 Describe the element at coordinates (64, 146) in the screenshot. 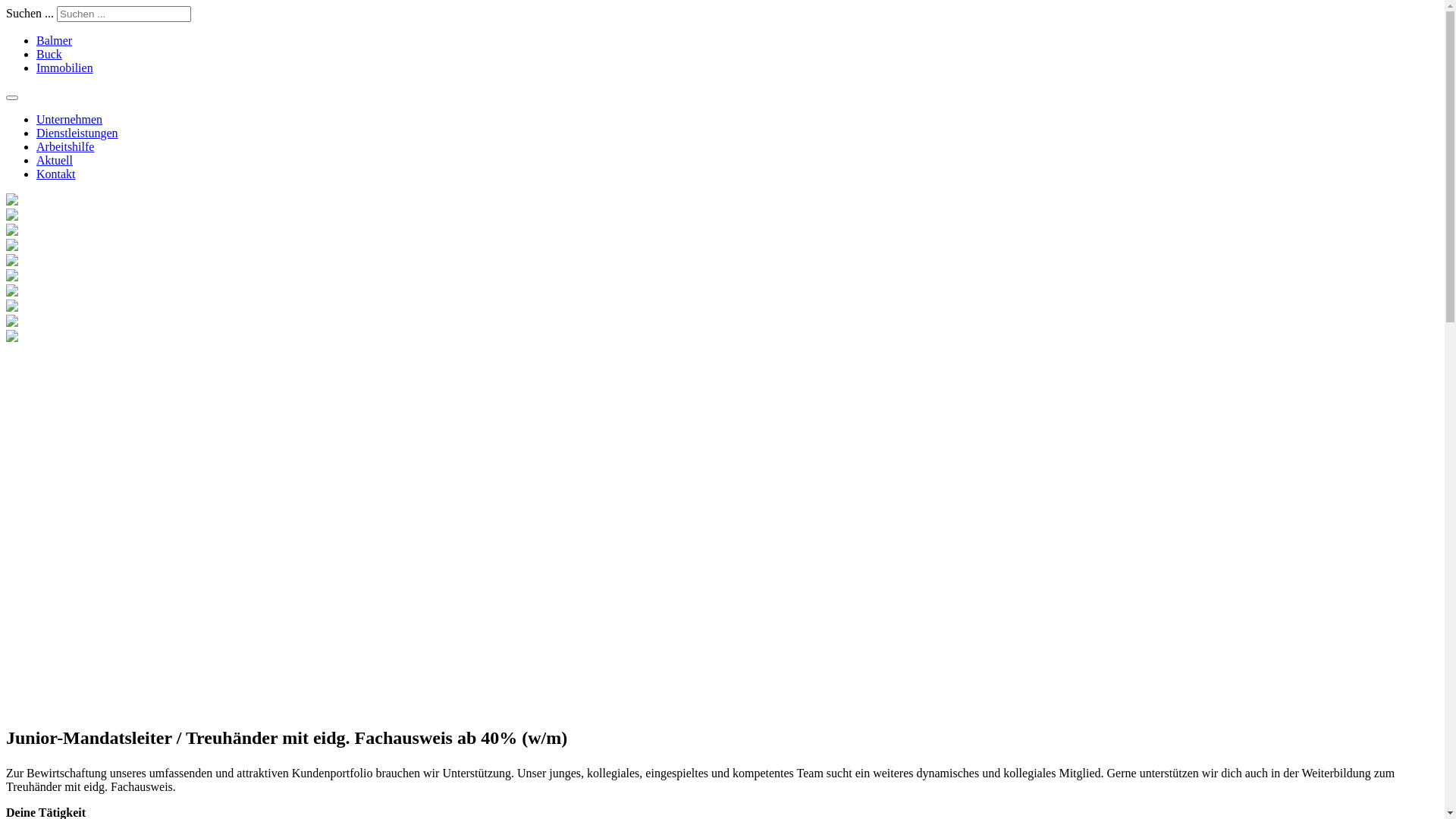

I see `'Arbeitshilfe'` at that location.